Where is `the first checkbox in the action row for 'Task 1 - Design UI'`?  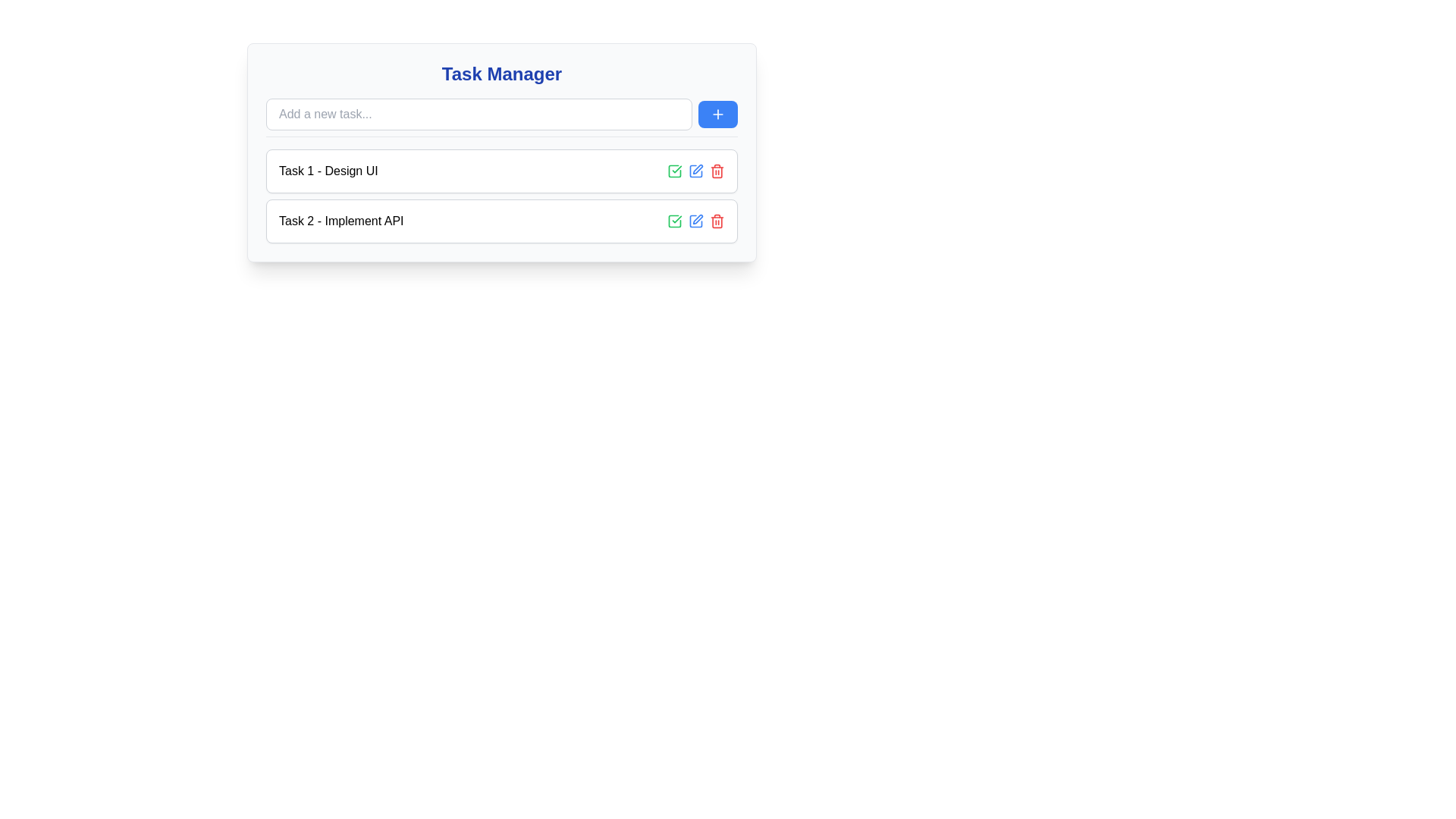
the first checkbox in the action row for 'Task 1 - Design UI' is located at coordinates (673, 171).